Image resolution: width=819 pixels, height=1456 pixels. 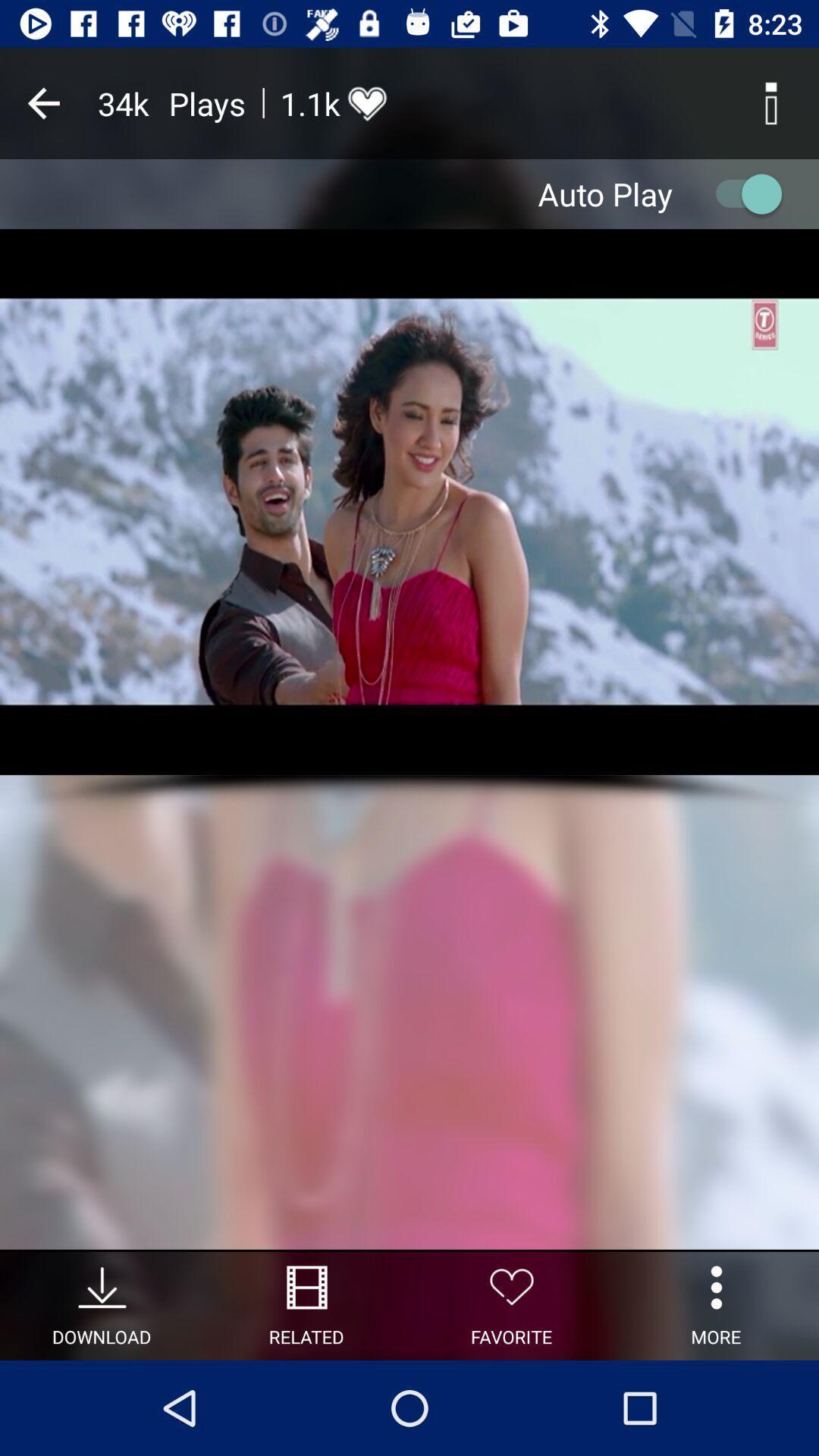 What do you see at coordinates (42, 102) in the screenshot?
I see `the arrow_backward icon` at bounding box center [42, 102].